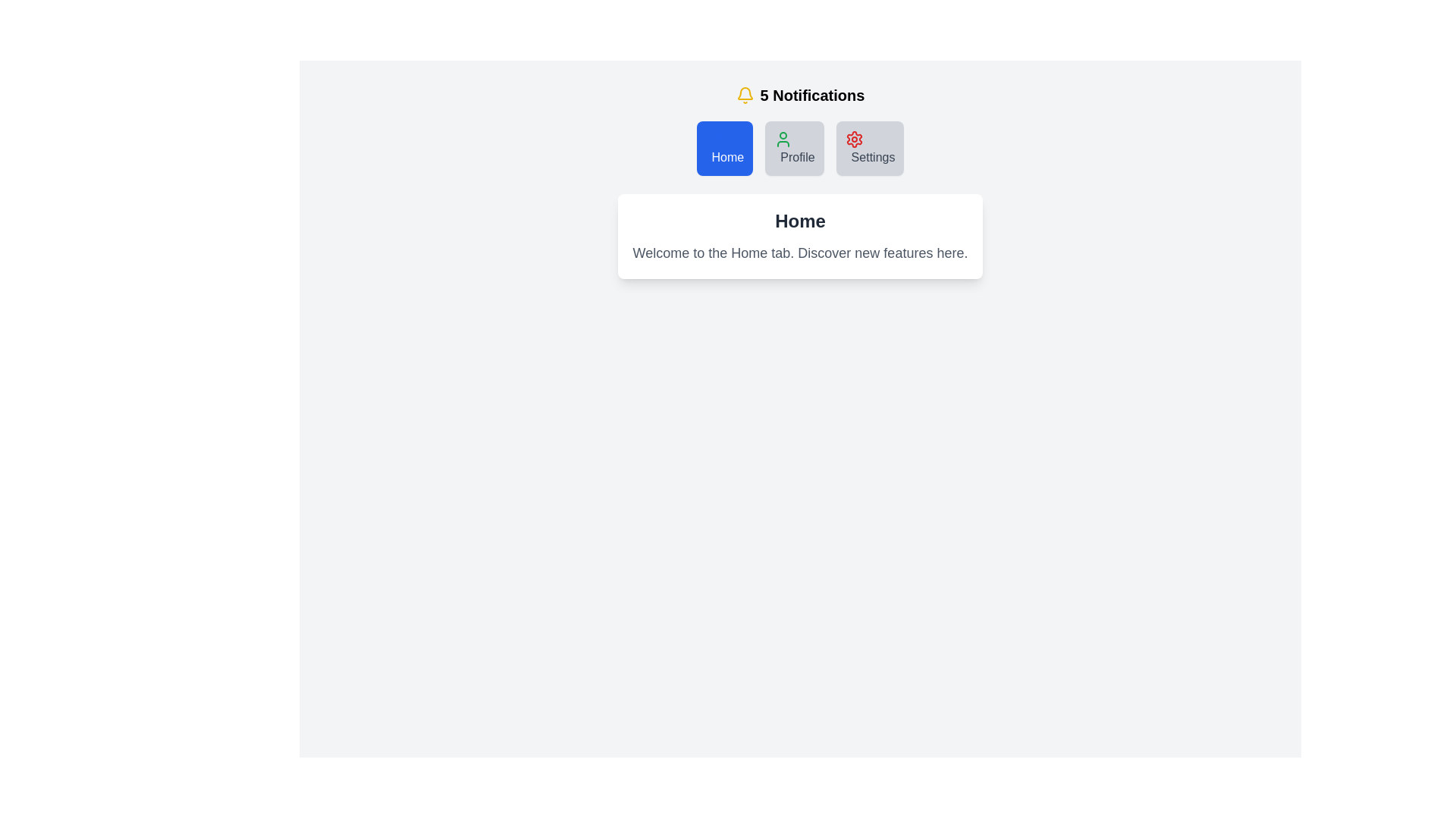  Describe the element at coordinates (723, 149) in the screenshot. I see `the Home tab by clicking its button` at that location.